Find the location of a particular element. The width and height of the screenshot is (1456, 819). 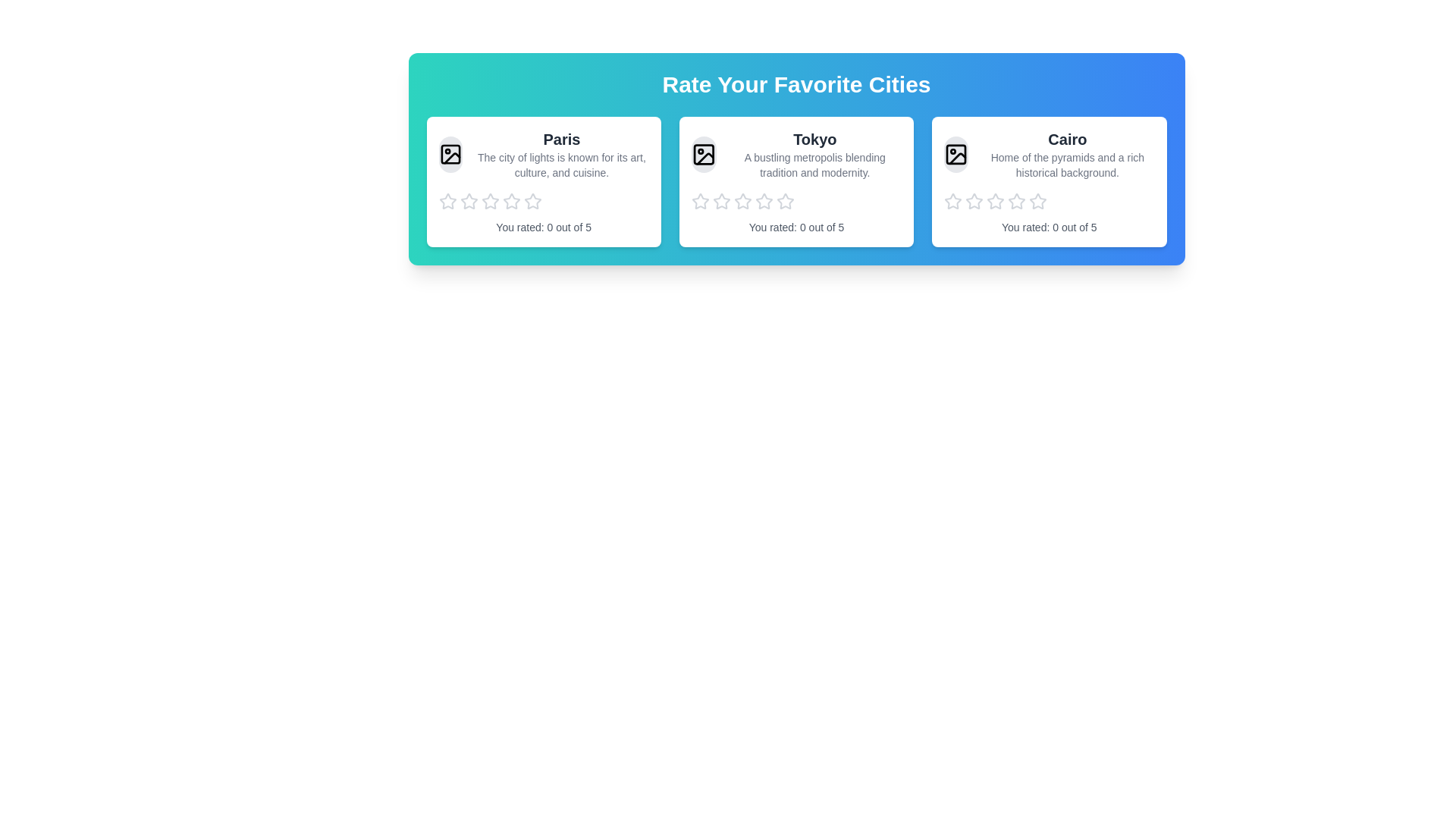

the informational text element containing the headline 'Tokyo' and the description 'A bustling metropolis blending tradition and modernity.' positioned in the second place of the list of cities is located at coordinates (814, 155).